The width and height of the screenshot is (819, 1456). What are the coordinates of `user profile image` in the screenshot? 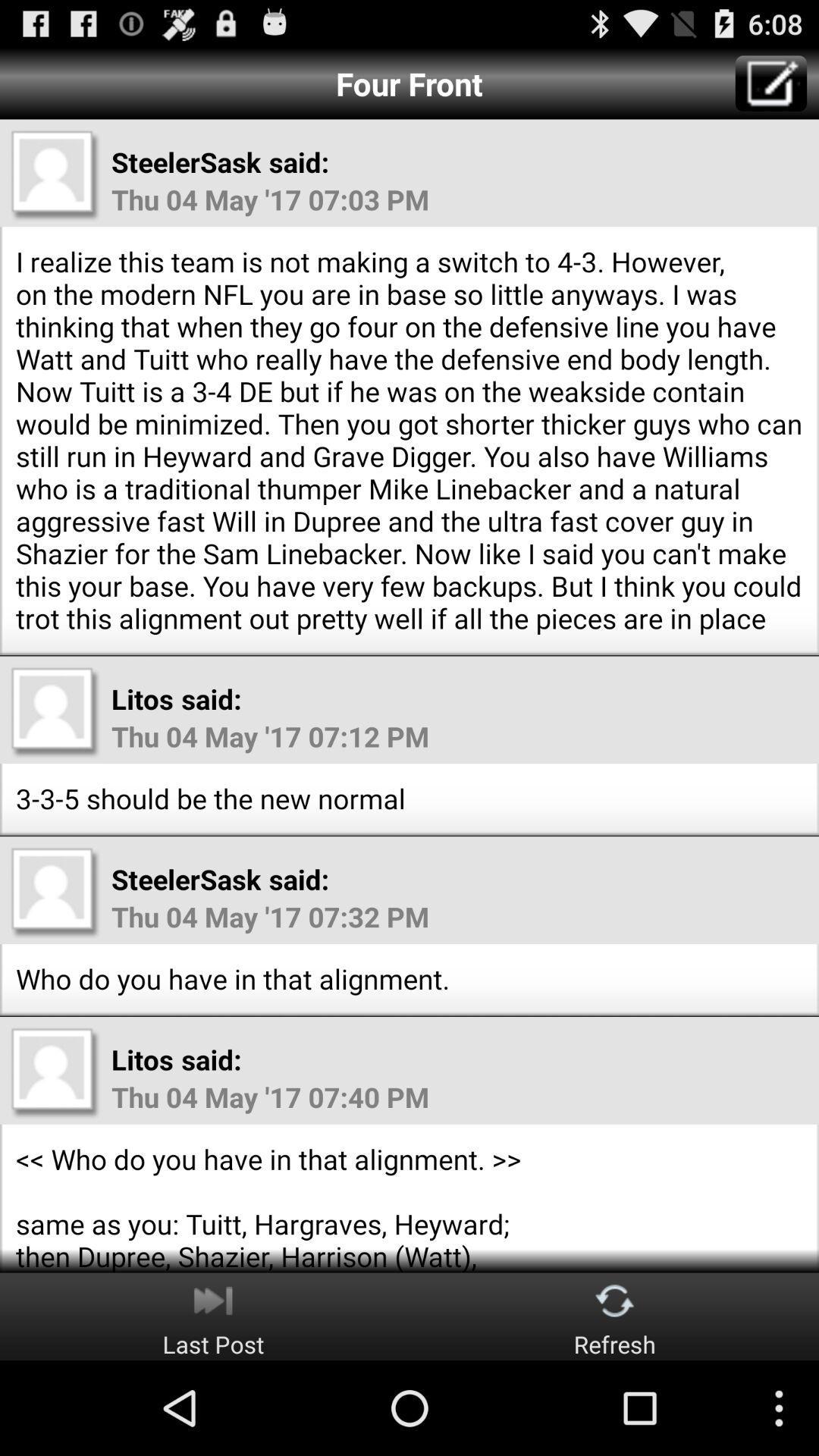 It's located at (55, 892).